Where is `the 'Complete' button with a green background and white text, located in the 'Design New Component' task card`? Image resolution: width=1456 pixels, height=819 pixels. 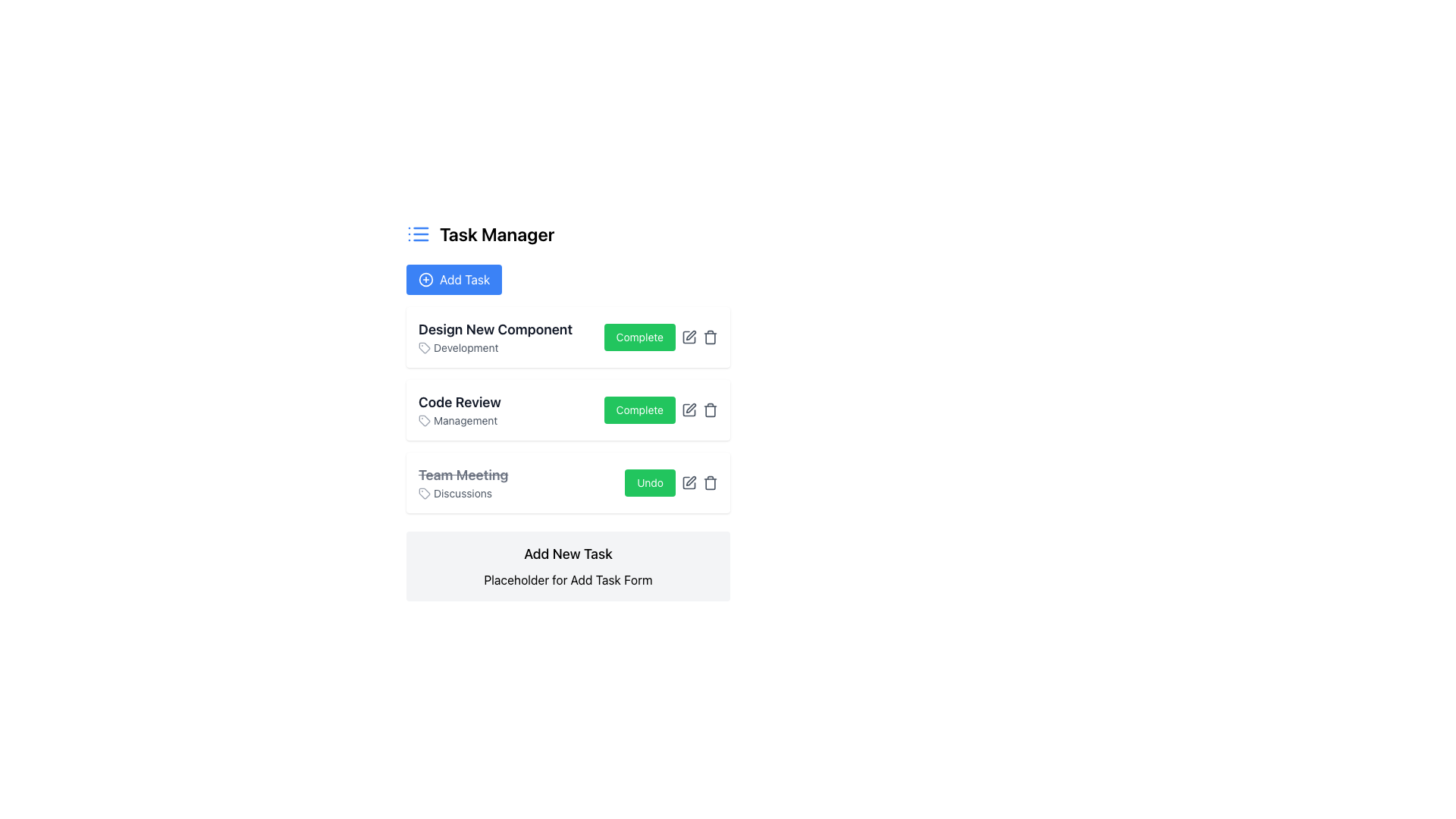
the 'Complete' button with a green background and white text, located in the 'Design New Component' task card is located at coordinates (661, 336).